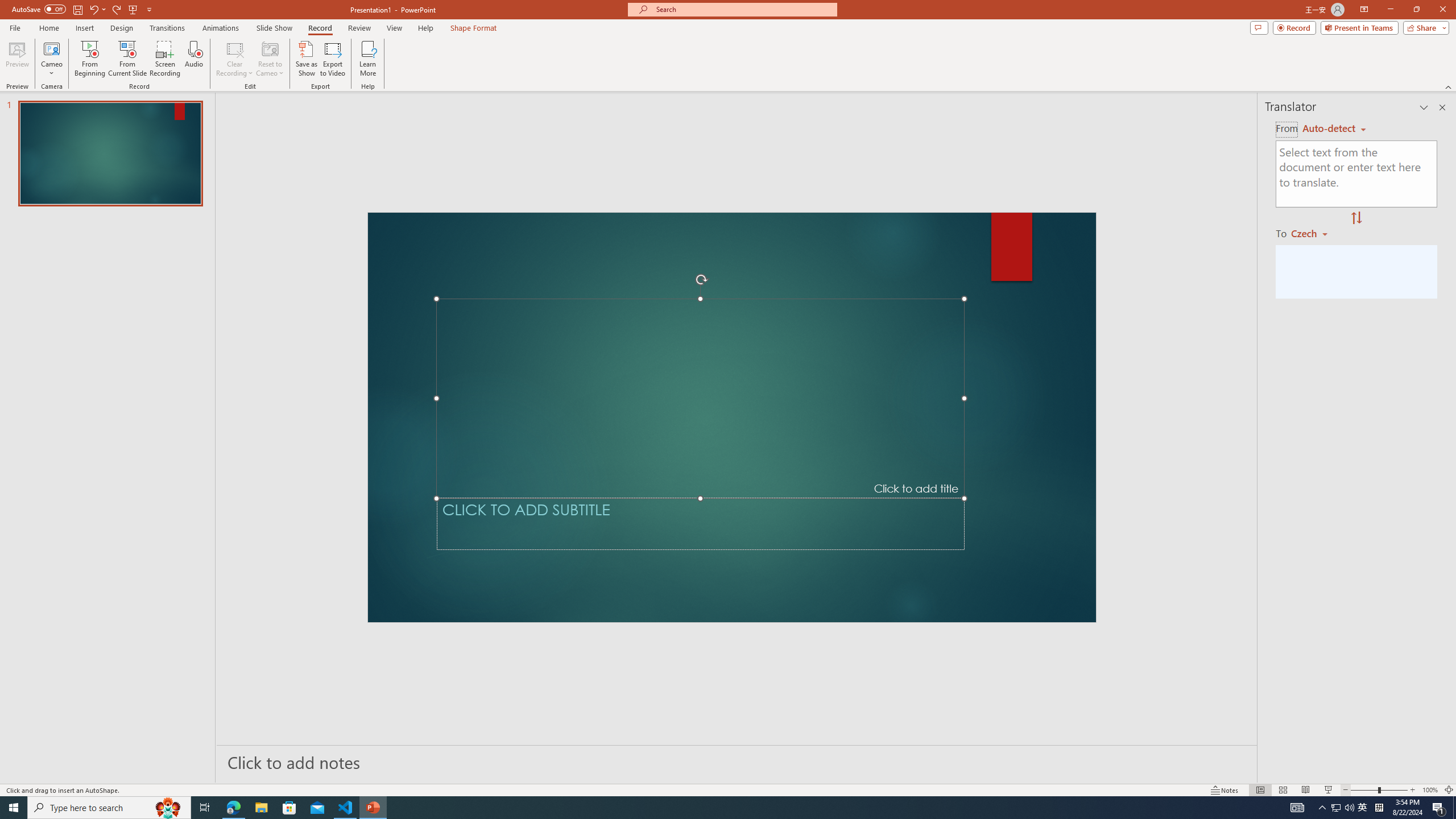  I want to click on 'Zoom In', so click(1412, 790).